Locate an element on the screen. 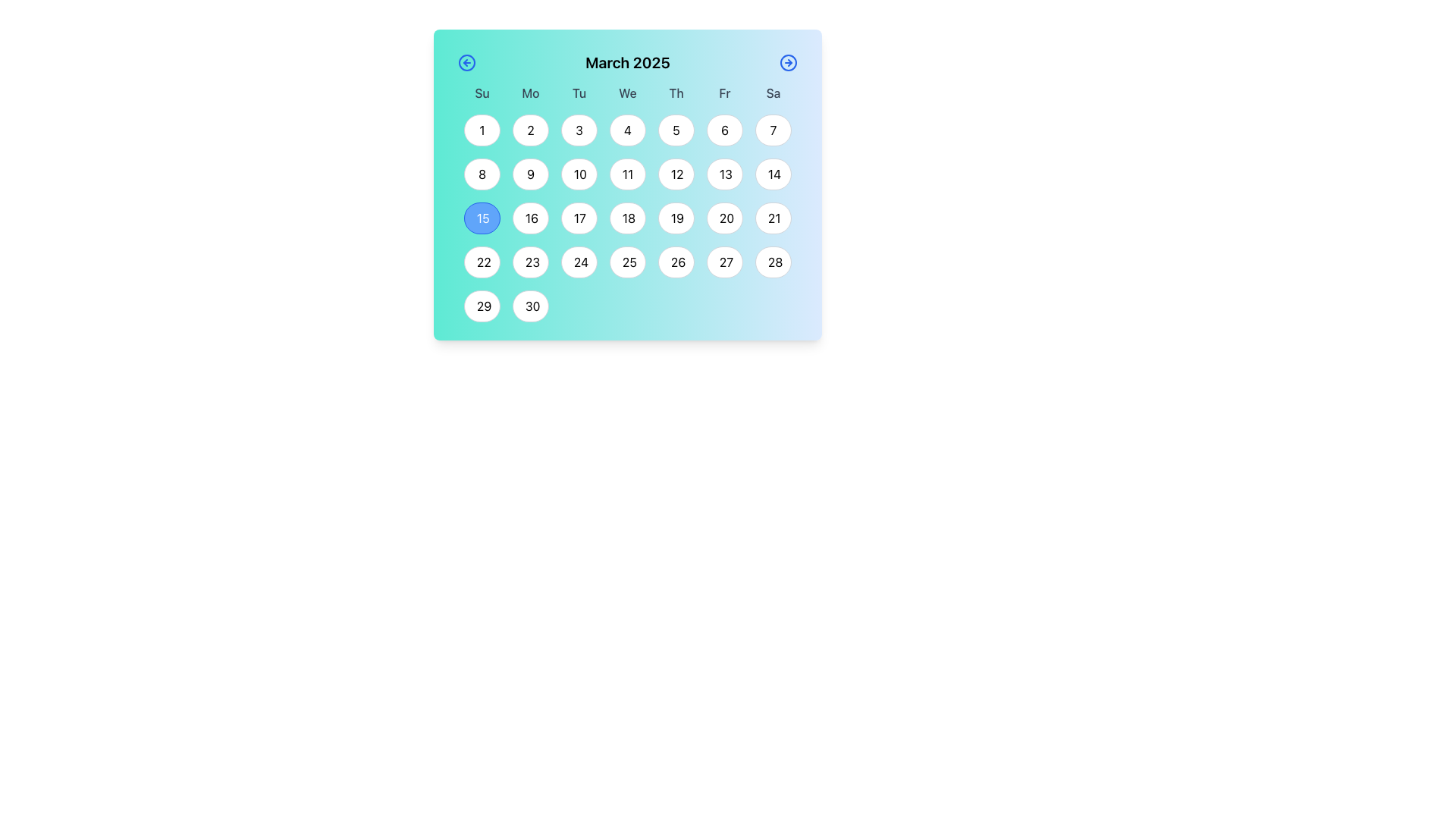 This screenshot has width=1456, height=819. the button located on the left side of the calendar UI is located at coordinates (466, 62).